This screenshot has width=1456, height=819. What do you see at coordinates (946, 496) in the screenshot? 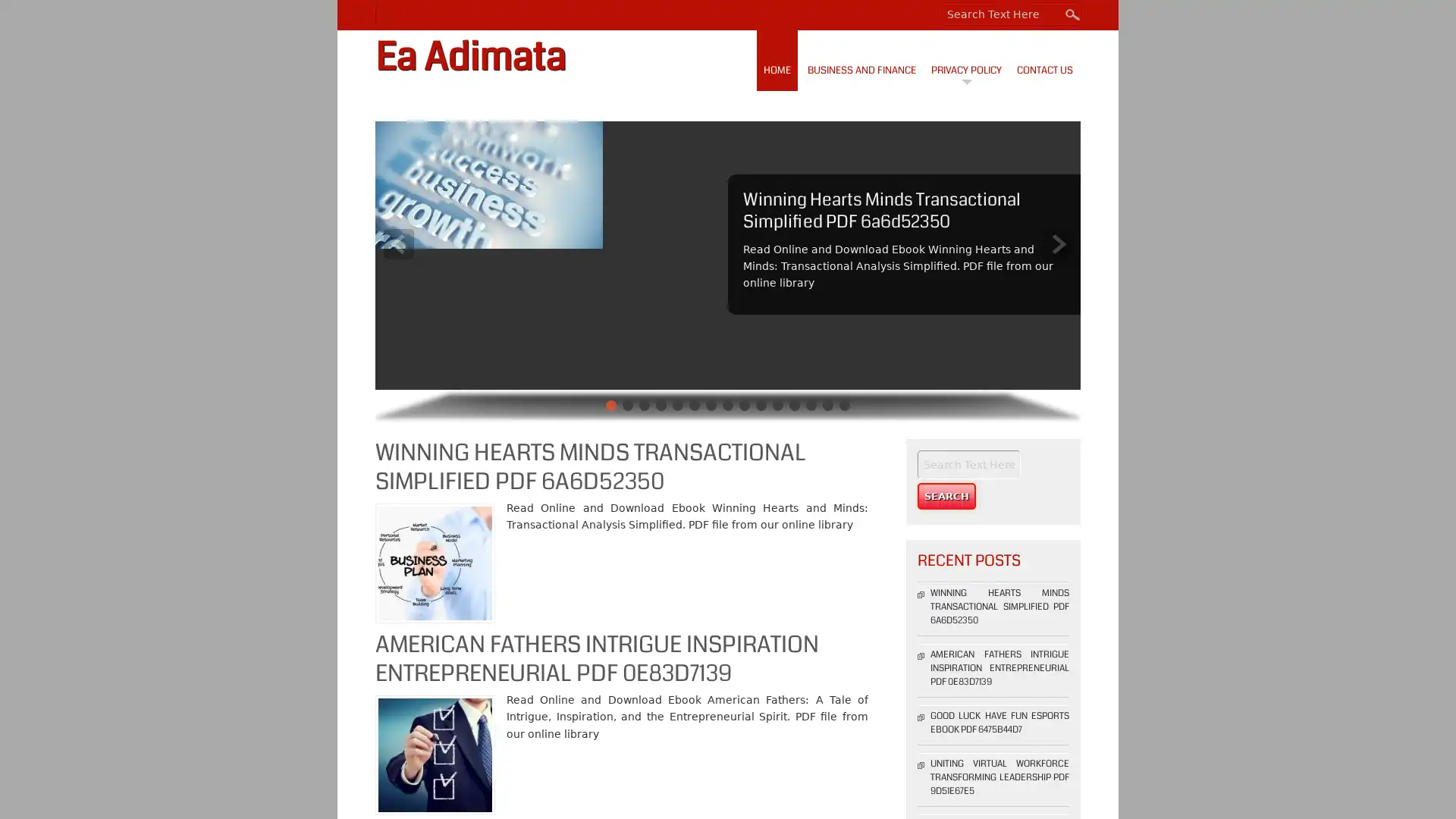
I see `Search` at bounding box center [946, 496].